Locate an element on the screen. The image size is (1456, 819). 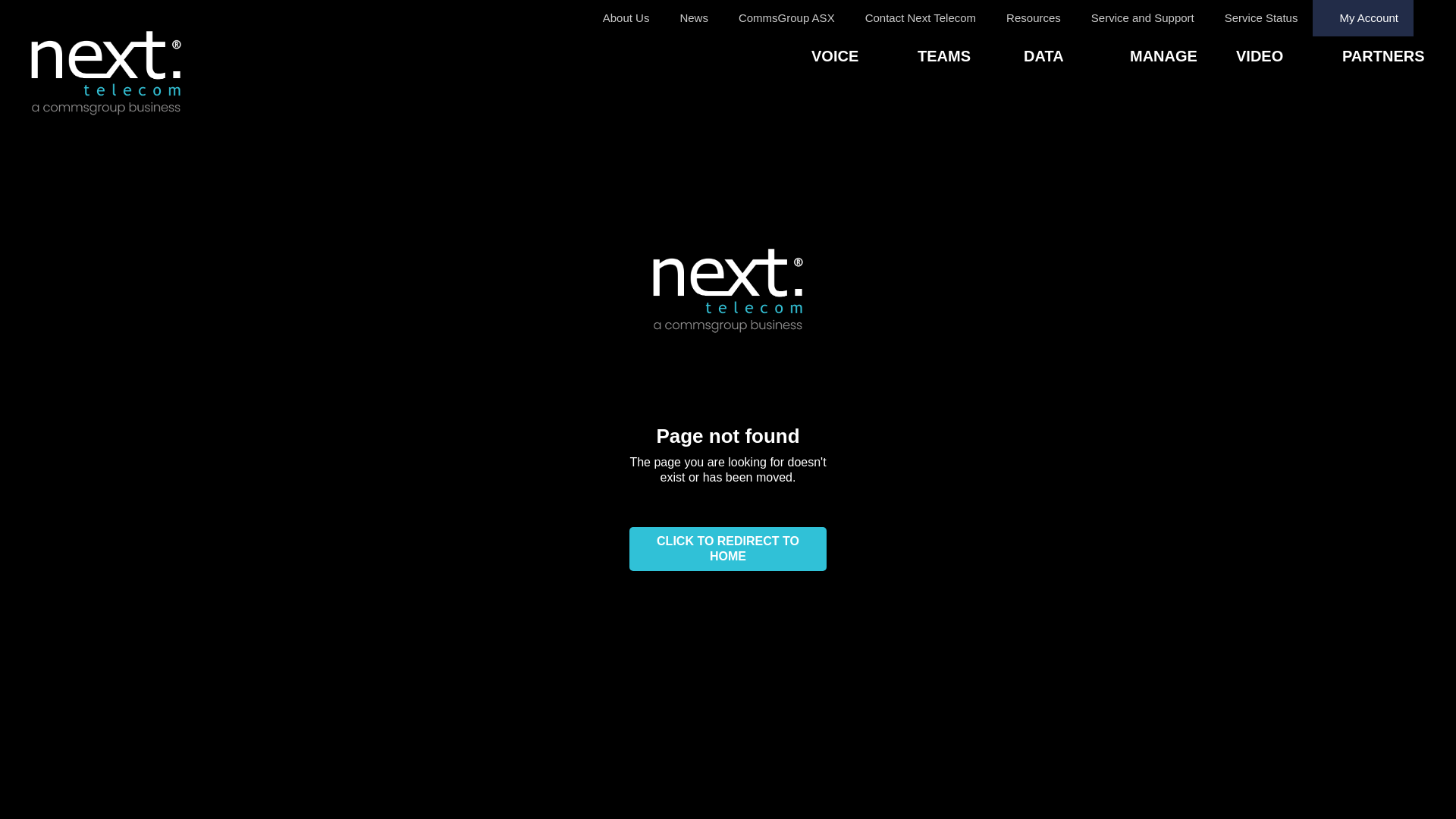
'CLICK TO REDIRECT TO HOME' is located at coordinates (629, 549).